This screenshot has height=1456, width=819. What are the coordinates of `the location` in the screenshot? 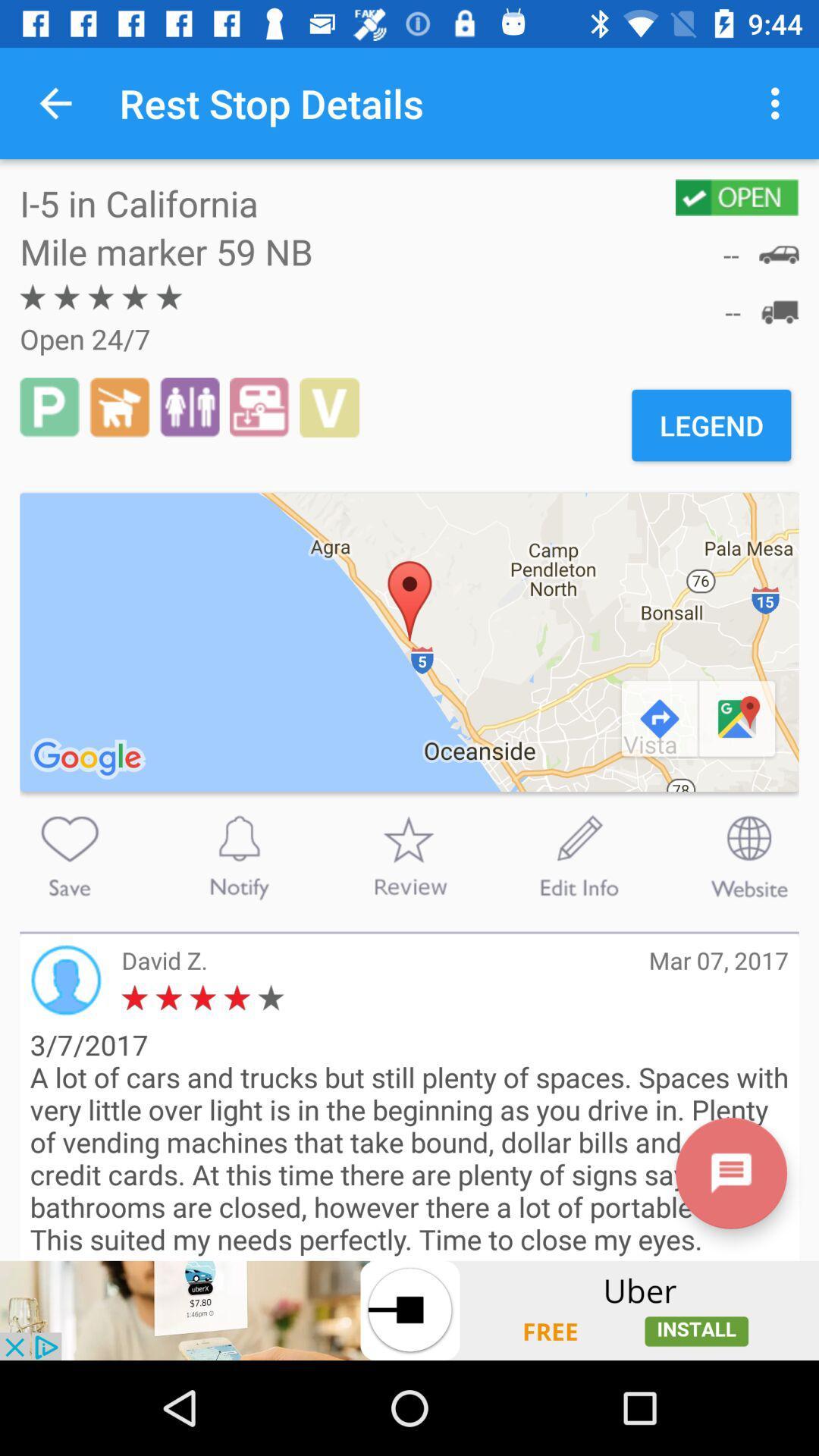 It's located at (69, 856).